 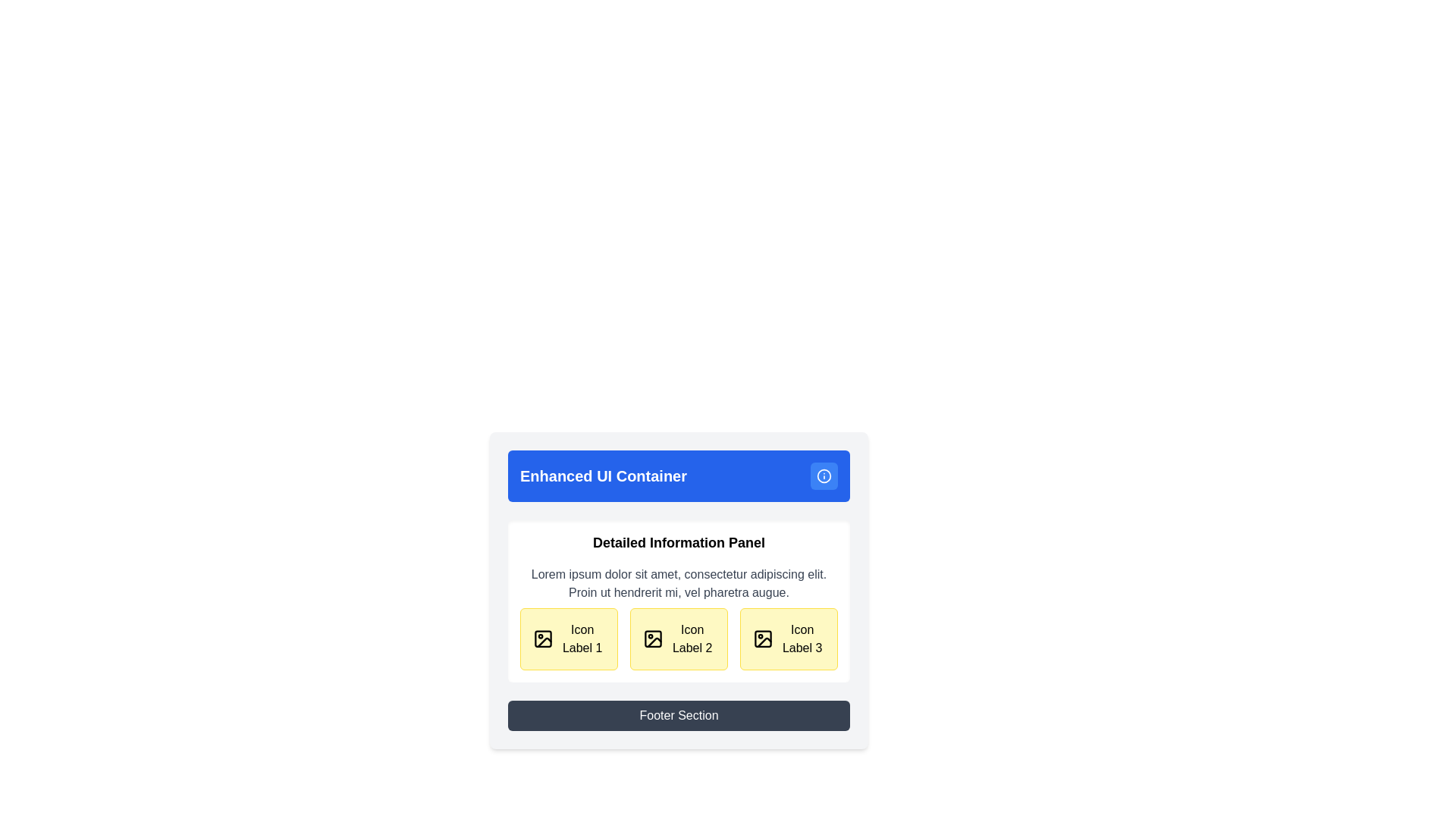 I want to click on the decorative icon associated with the text label 'Icon Label 1' in the 'Detailed Information Panel' section, so click(x=543, y=639).